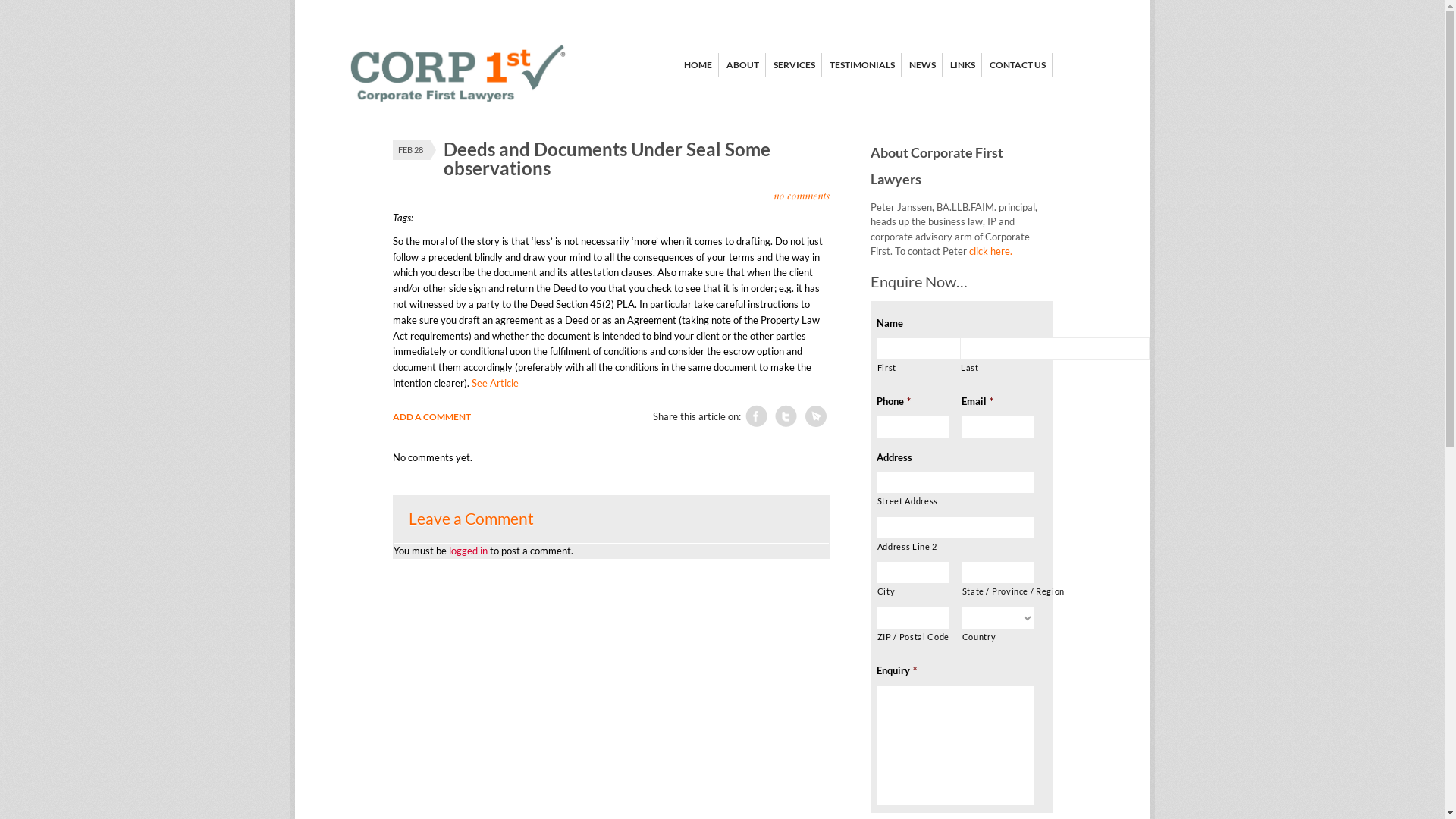 Image resolution: width=1456 pixels, height=819 pixels. Describe the element at coordinates (990, 250) in the screenshot. I see `'click here.'` at that location.